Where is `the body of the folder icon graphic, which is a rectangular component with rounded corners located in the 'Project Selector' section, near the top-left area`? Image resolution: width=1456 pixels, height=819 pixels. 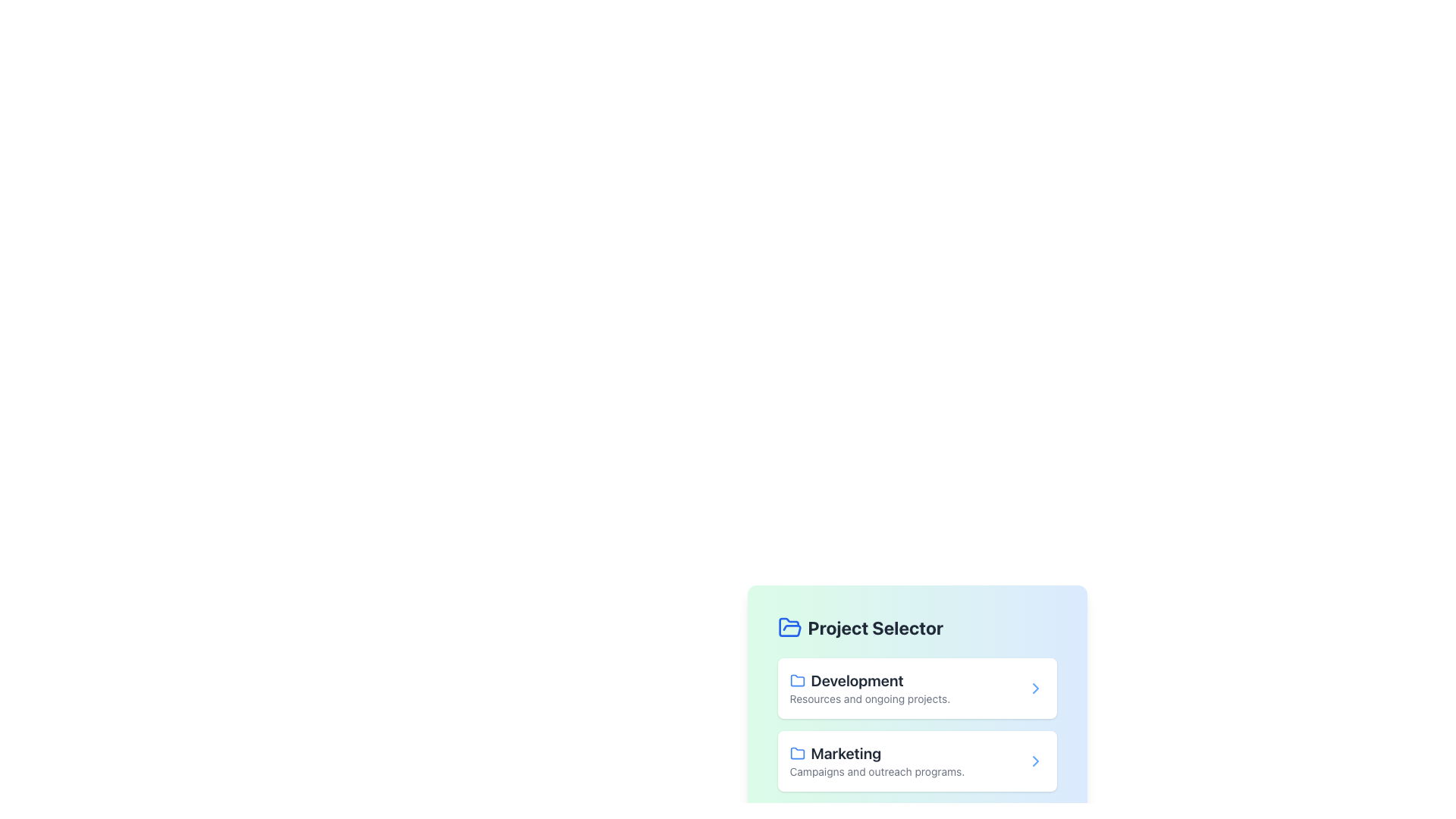 the body of the folder icon graphic, which is a rectangular component with rounded corners located in the 'Project Selector' section, near the top-left area is located at coordinates (796, 753).